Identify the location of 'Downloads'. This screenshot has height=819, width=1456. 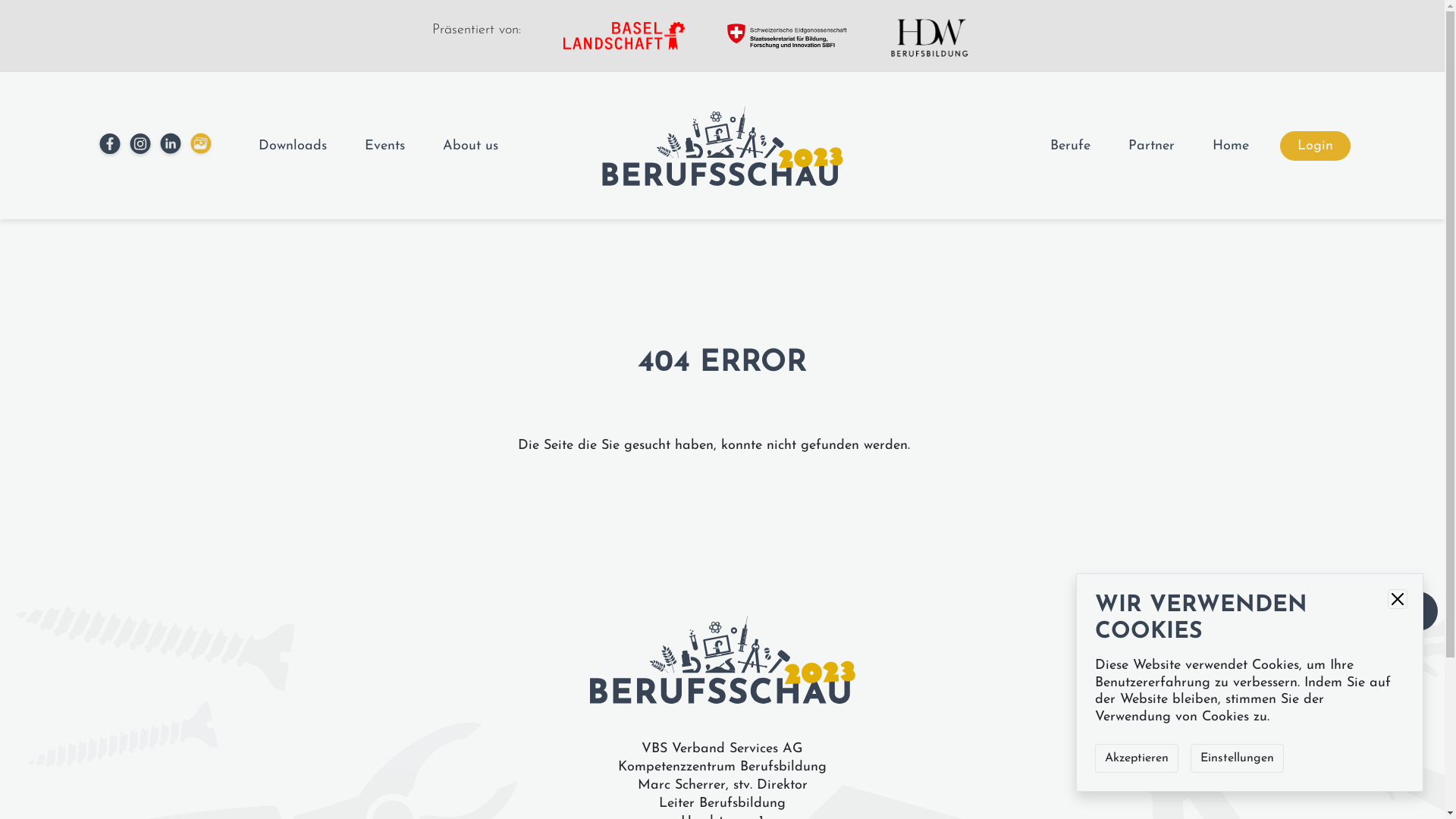
(291, 145).